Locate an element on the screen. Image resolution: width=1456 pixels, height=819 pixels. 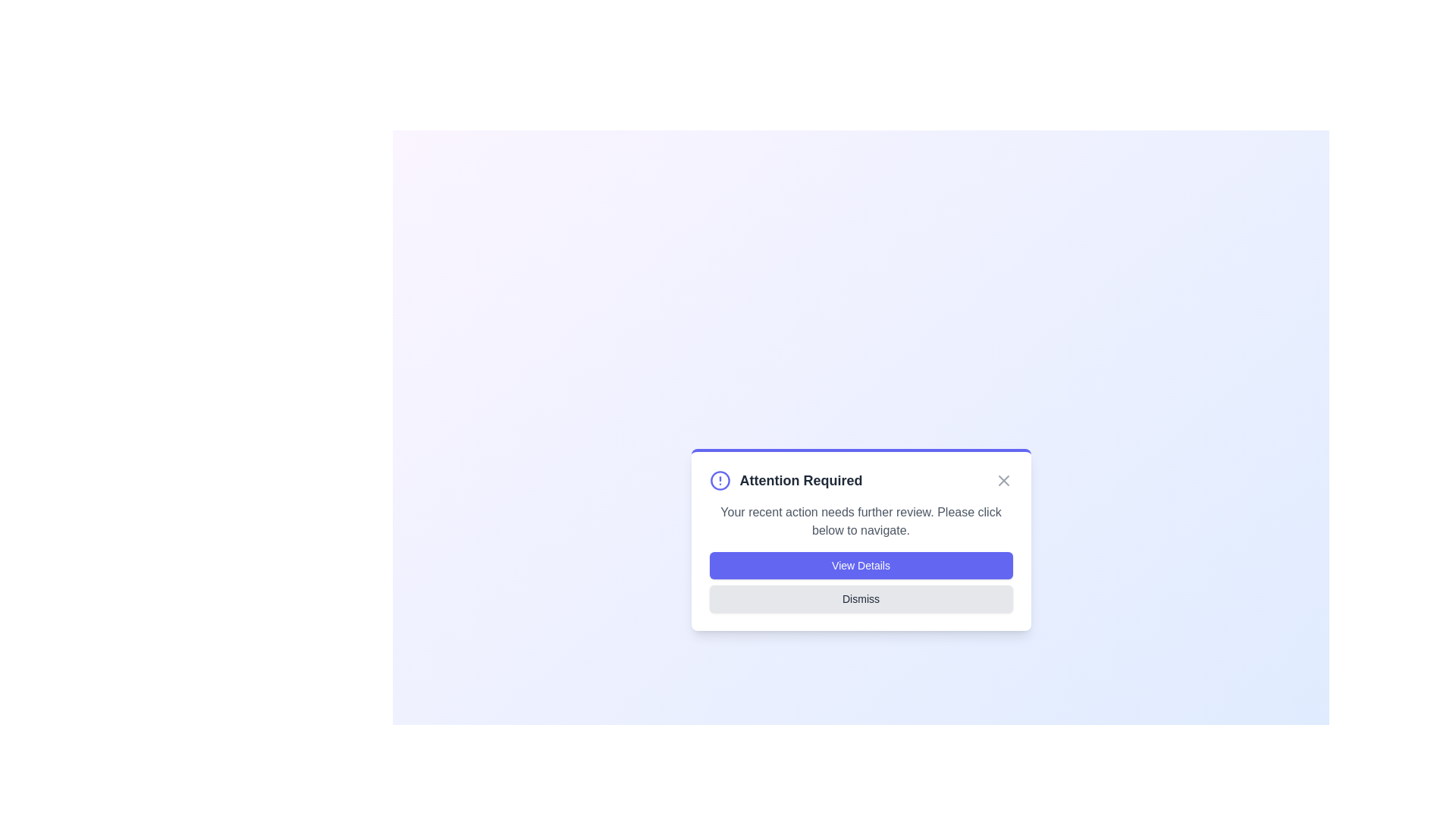
the 'X' button at the top-right corner of the alert to close it is located at coordinates (1003, 480).